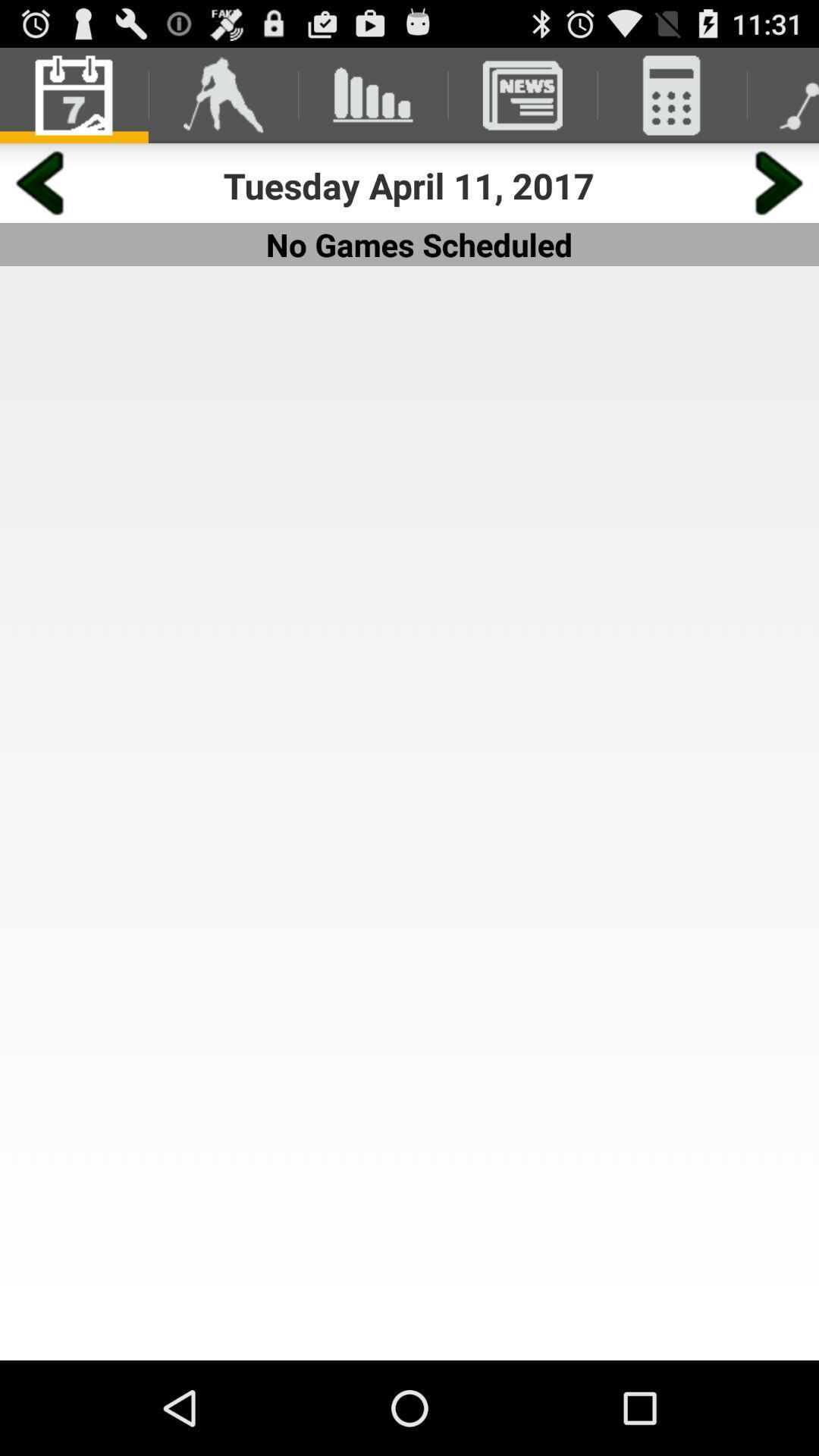  I want to click on the tuesday april 11 app, so click(408, 184).